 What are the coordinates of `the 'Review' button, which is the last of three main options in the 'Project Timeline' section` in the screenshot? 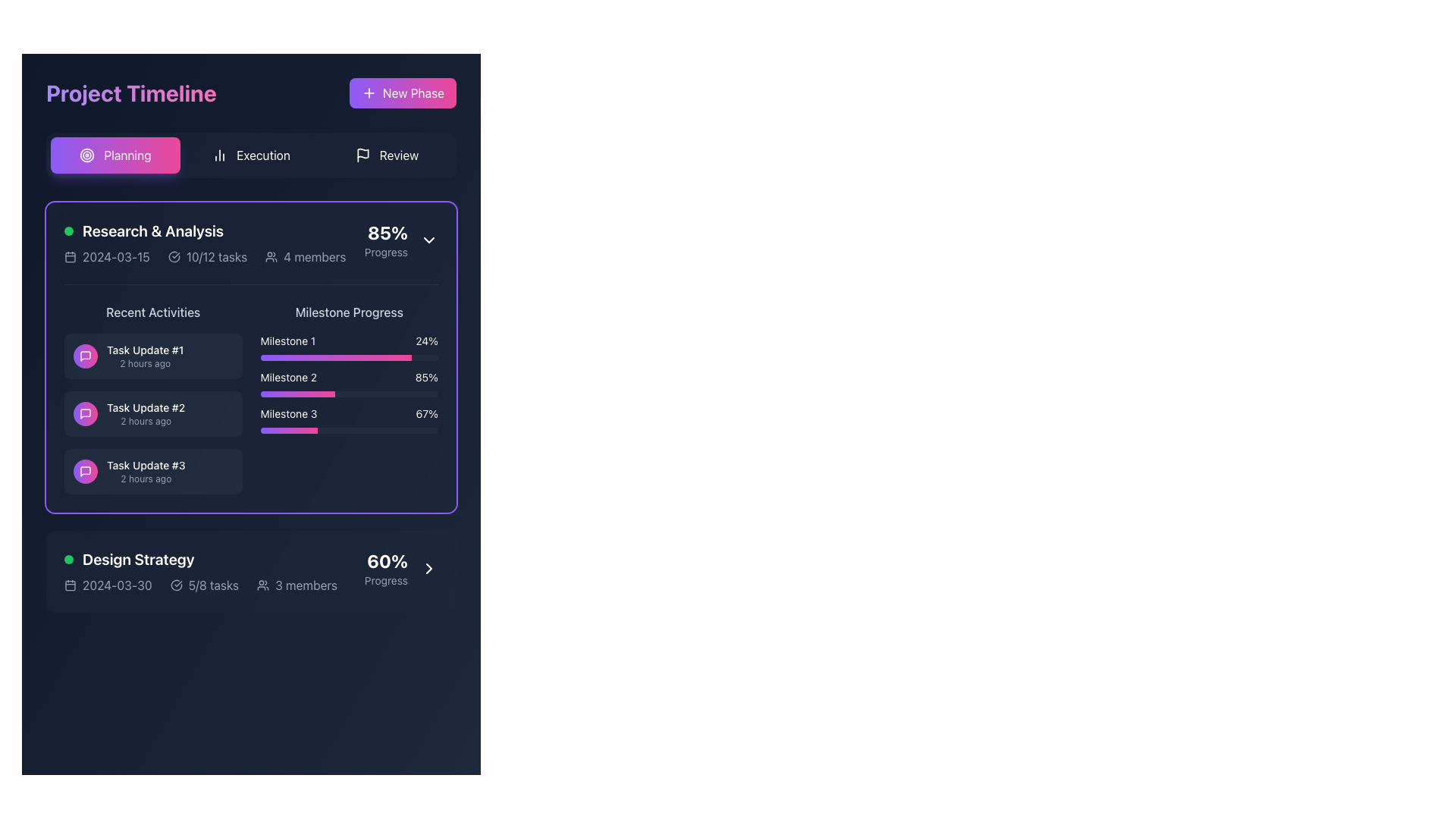 It's located at (387, 155).